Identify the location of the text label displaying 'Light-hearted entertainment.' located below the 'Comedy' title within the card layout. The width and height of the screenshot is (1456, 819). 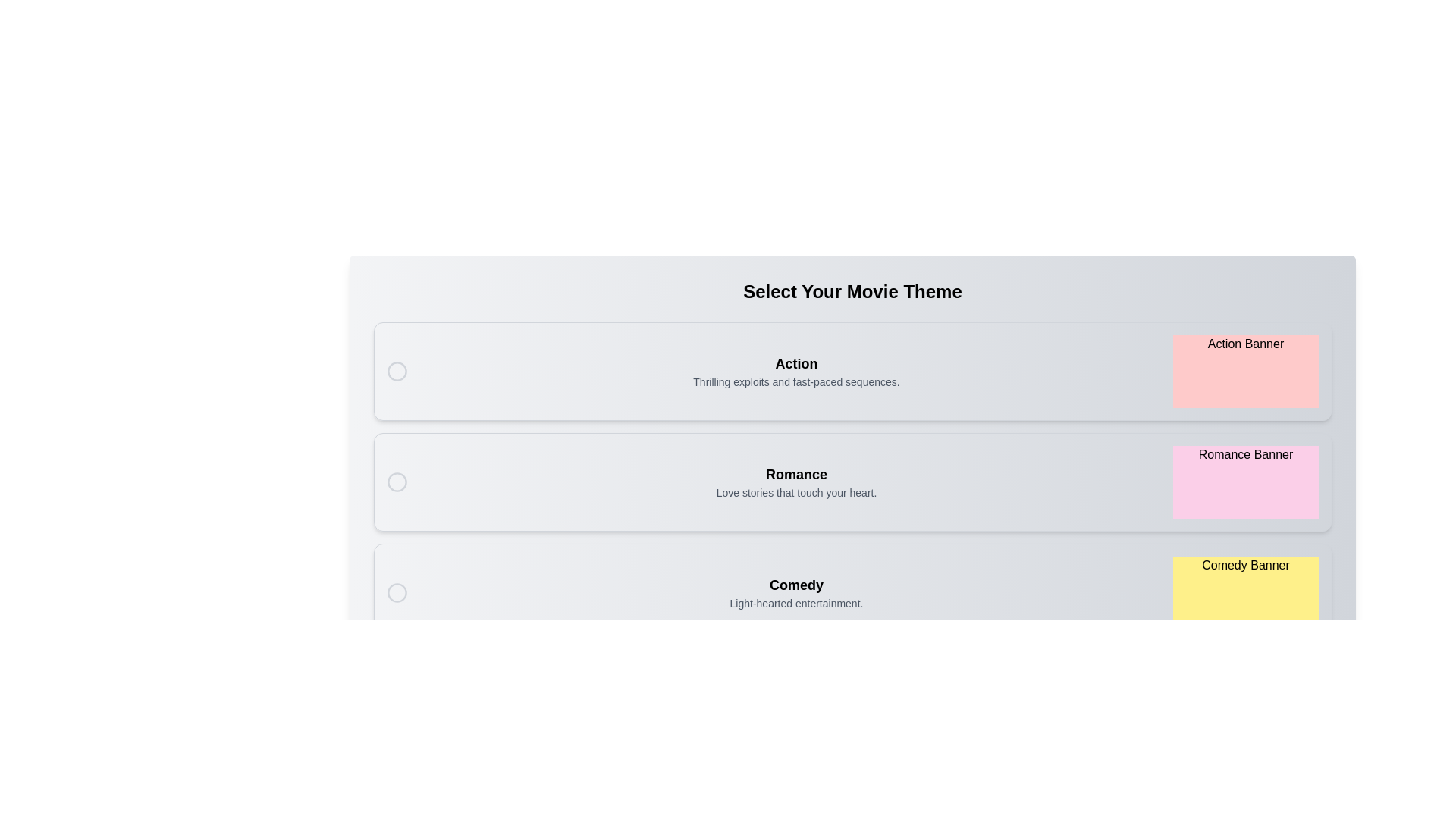
(795, 602).